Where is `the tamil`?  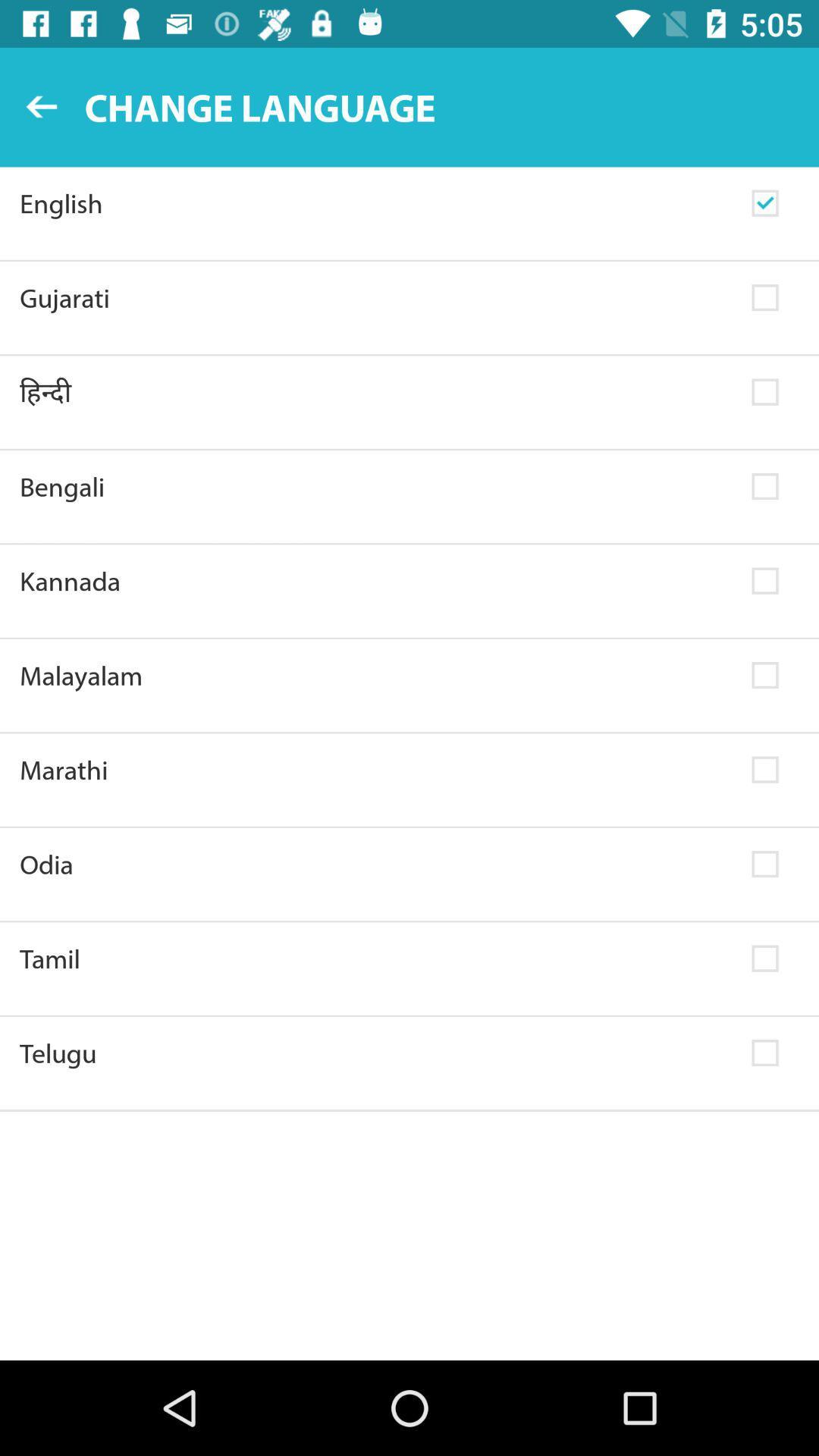
the tamil is located at coordinates (375, 958).